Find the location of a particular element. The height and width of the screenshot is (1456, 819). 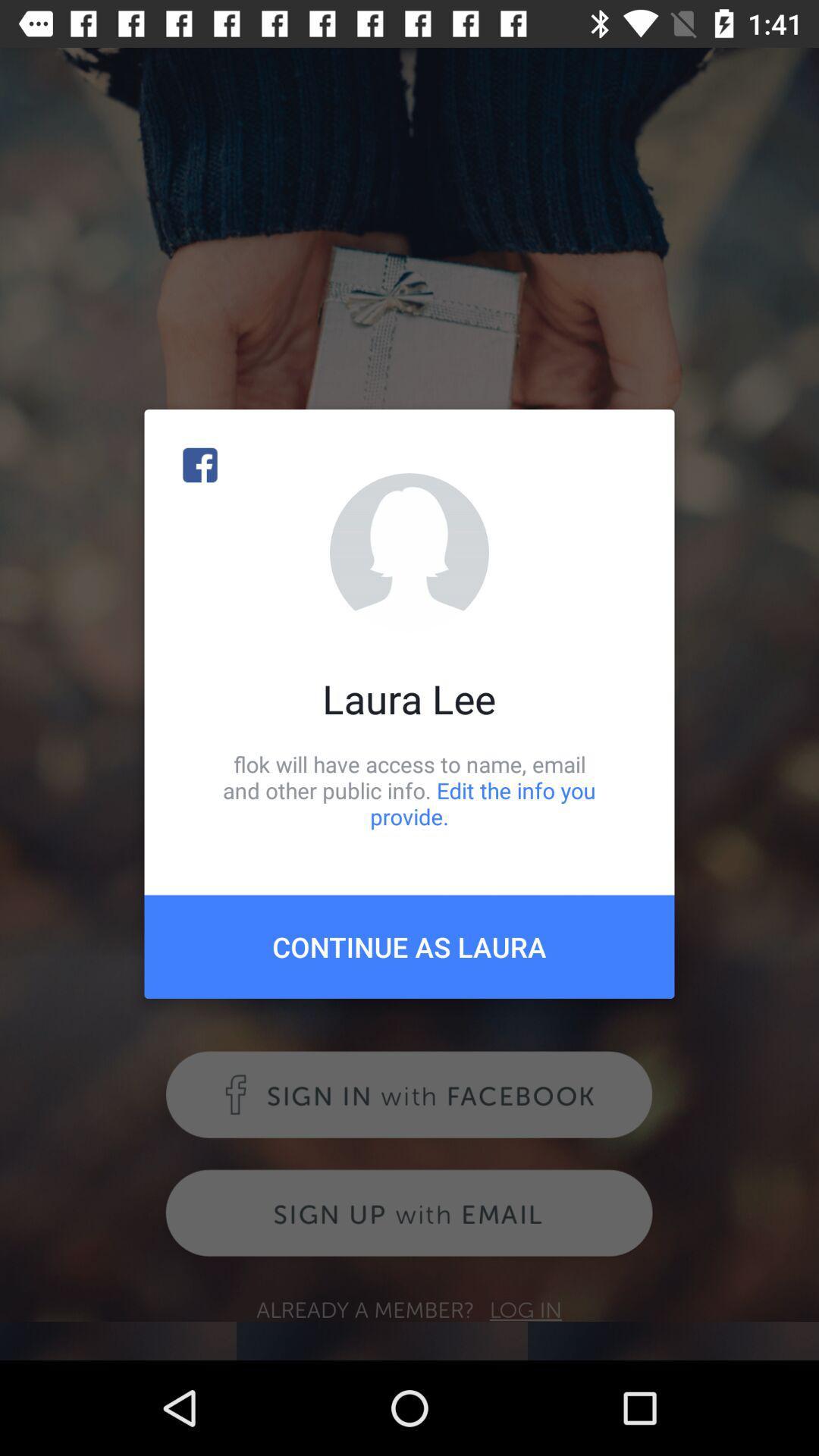

icon below laura lee is located at coordinates (409, 789).